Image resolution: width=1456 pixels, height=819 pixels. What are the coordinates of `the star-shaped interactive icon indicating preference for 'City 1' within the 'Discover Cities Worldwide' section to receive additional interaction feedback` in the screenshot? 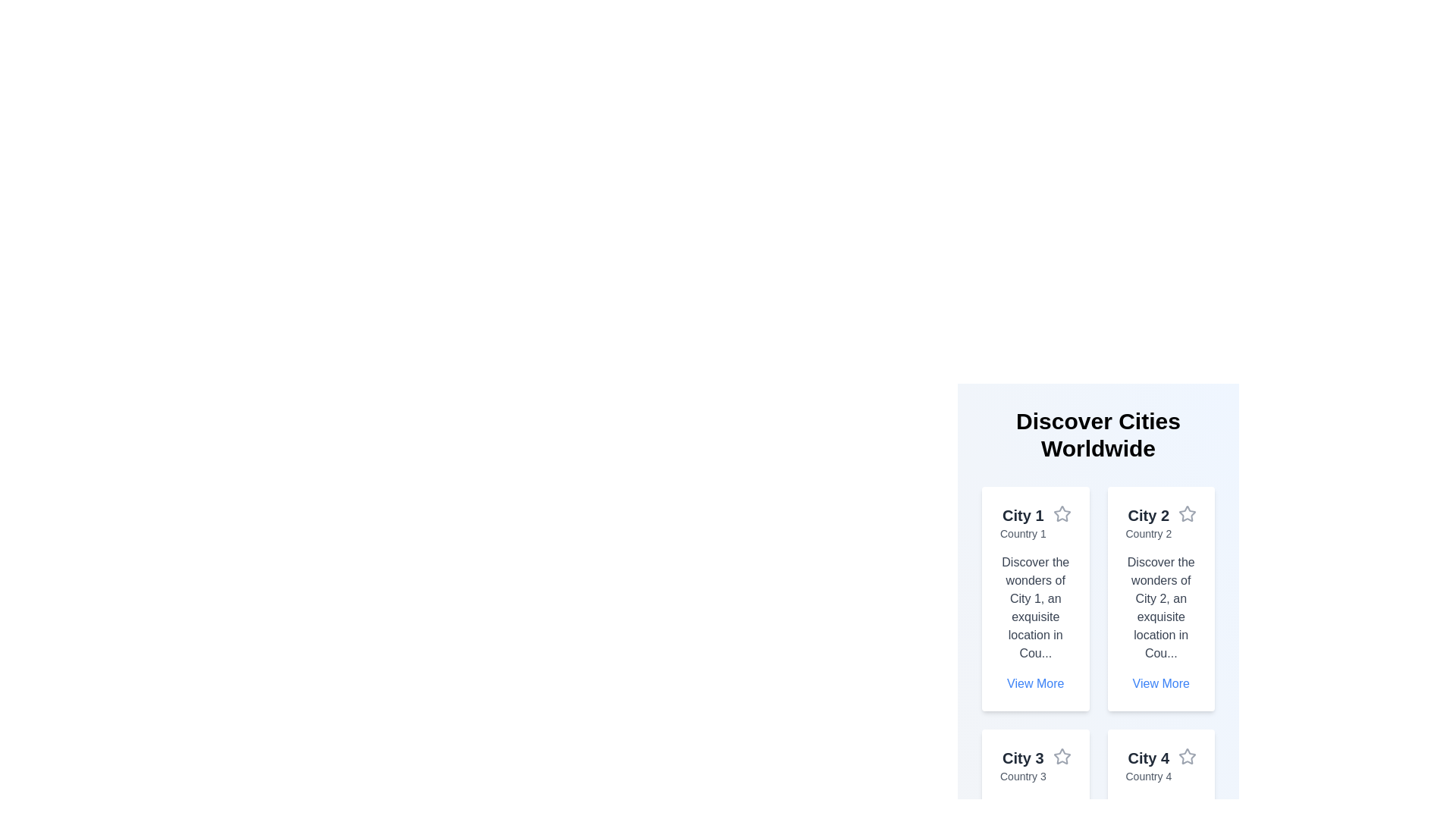 It's located at (1061, 513).